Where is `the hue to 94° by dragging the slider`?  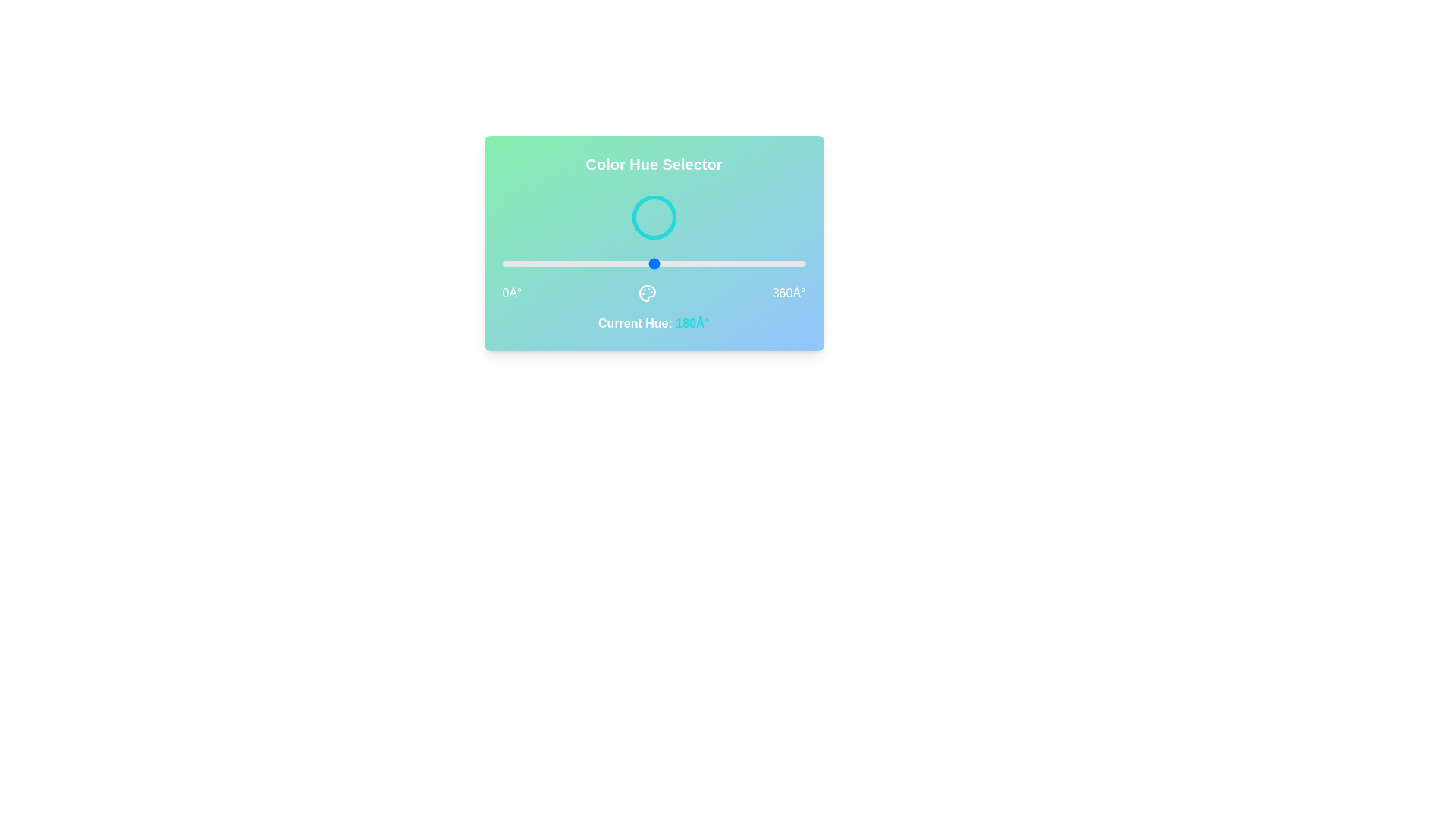 the hue to 94° by dragging the slider is located at coordinates (580, 262).